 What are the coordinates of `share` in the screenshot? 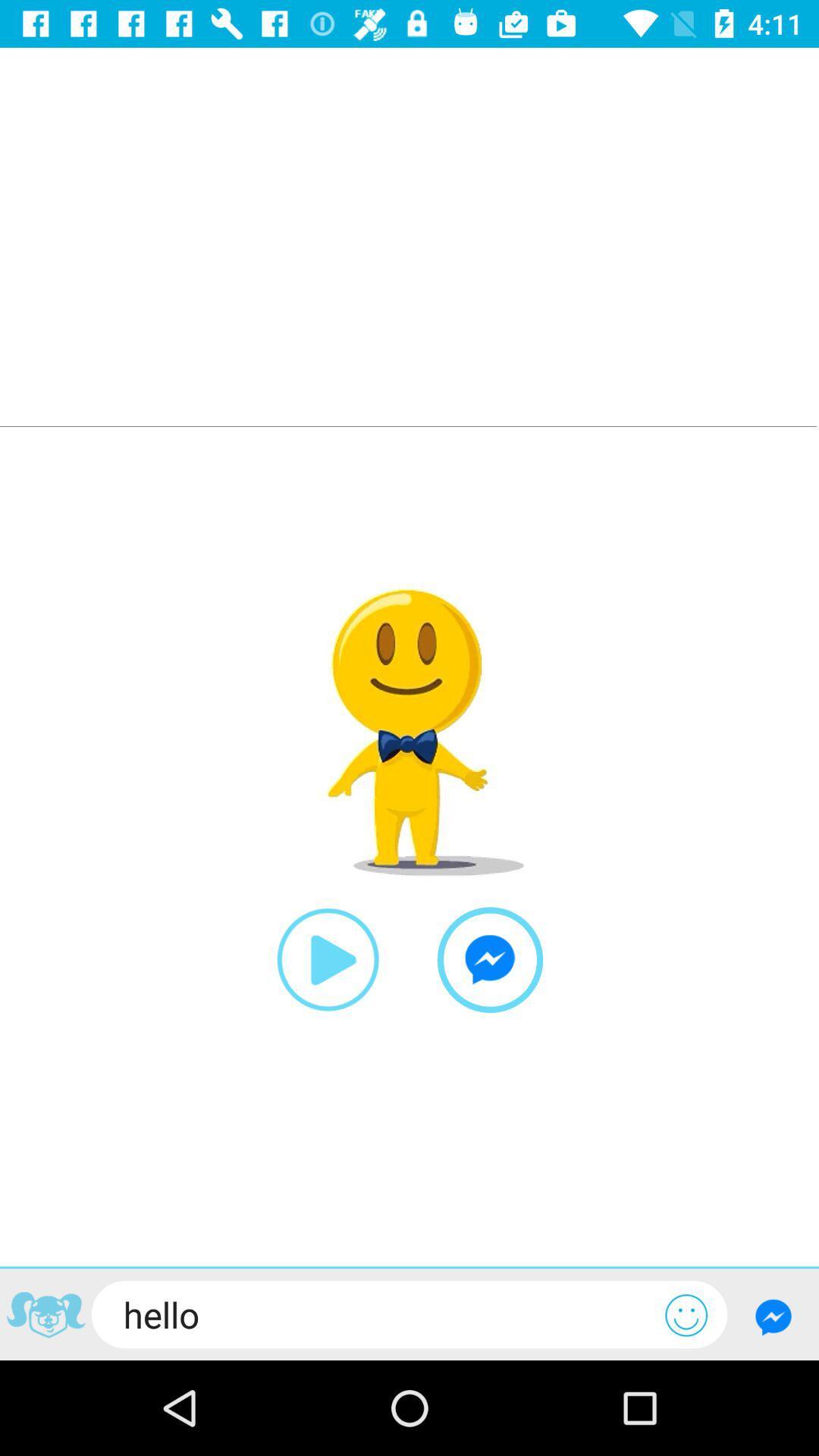 It's located at (45, 1316).